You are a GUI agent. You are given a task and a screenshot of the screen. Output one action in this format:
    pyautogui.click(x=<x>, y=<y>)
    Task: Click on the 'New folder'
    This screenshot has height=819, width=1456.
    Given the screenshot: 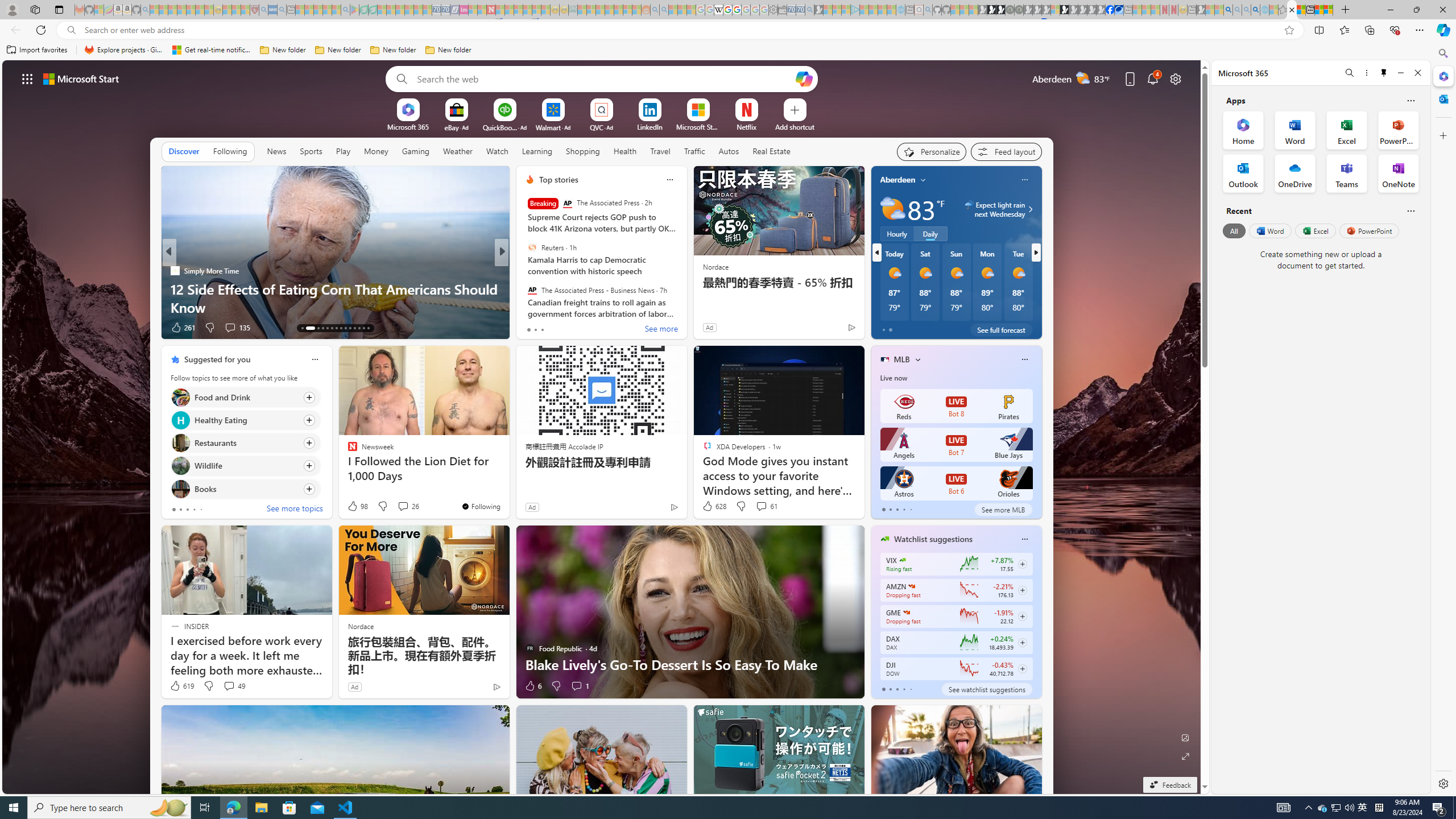 What is the action you would take?
    pyautogui.click(x=448, y=49)
    